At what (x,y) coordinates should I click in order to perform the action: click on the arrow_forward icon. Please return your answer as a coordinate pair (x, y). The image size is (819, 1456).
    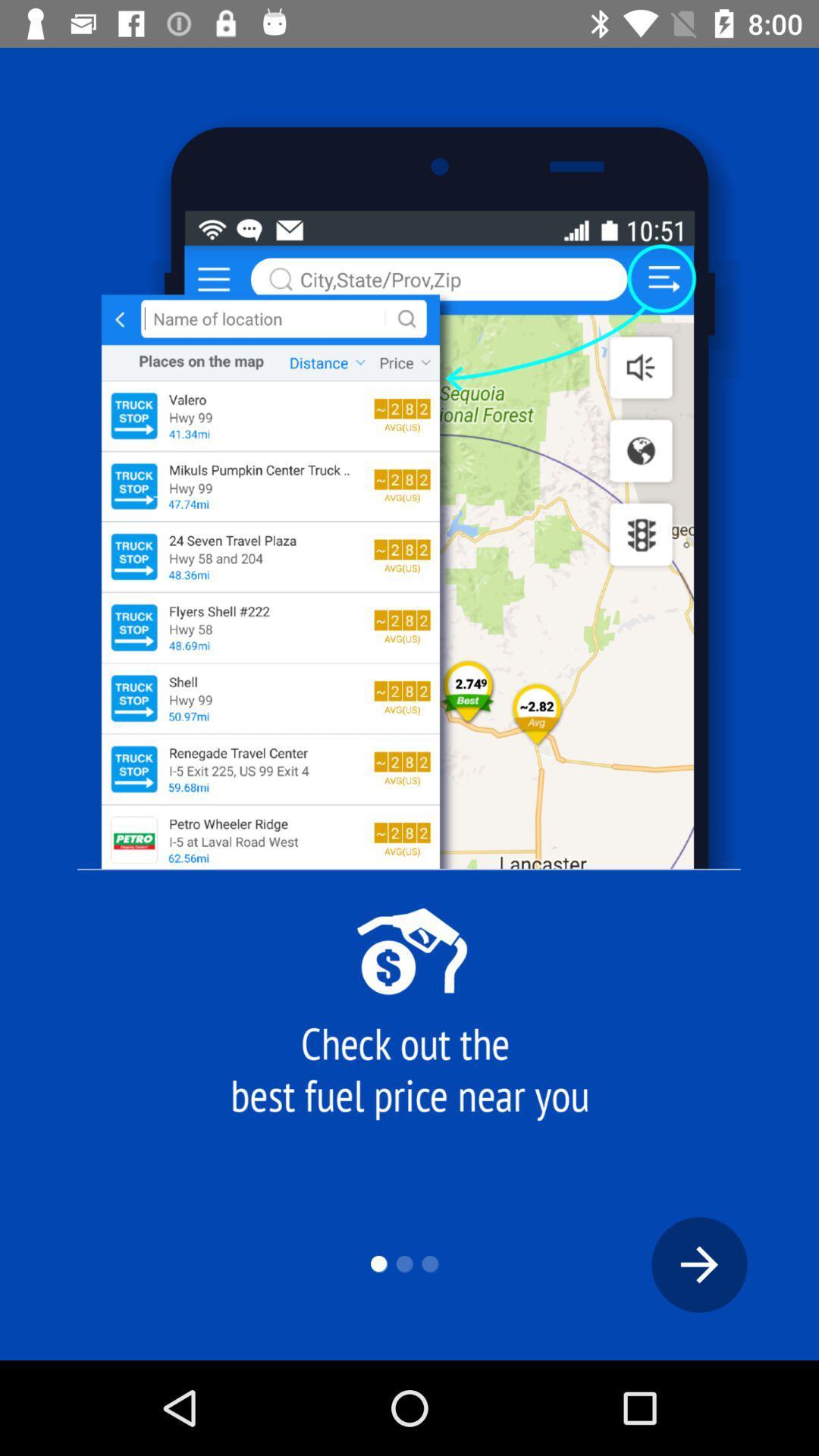
    Looking at the image, I should click on (699, 1264).